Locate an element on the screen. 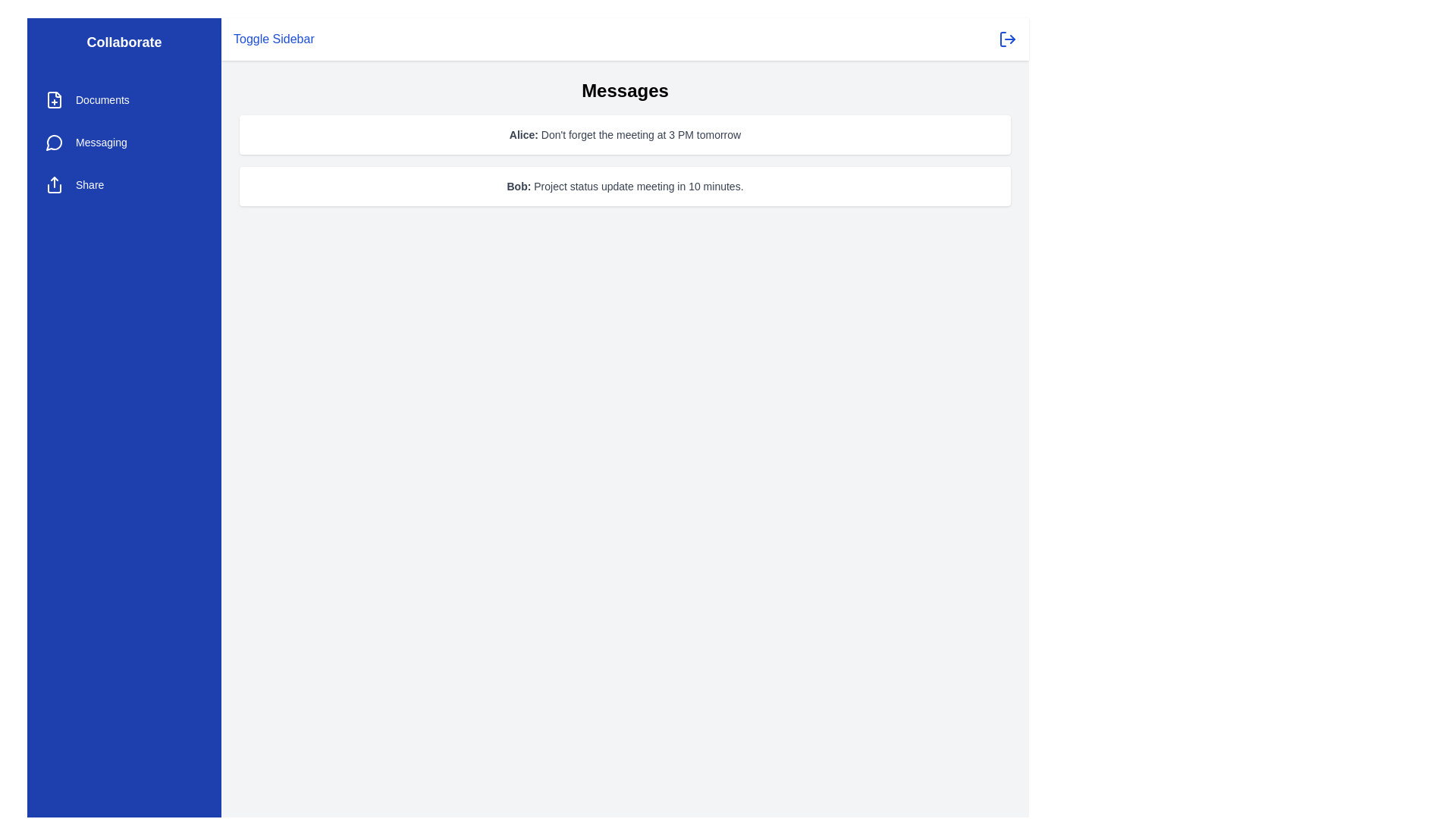 This screenshot has height=819, width=1456. the 'Messages' header text element which is centered, bold, and large, styled as a heading is located at coordinates (625, 90).